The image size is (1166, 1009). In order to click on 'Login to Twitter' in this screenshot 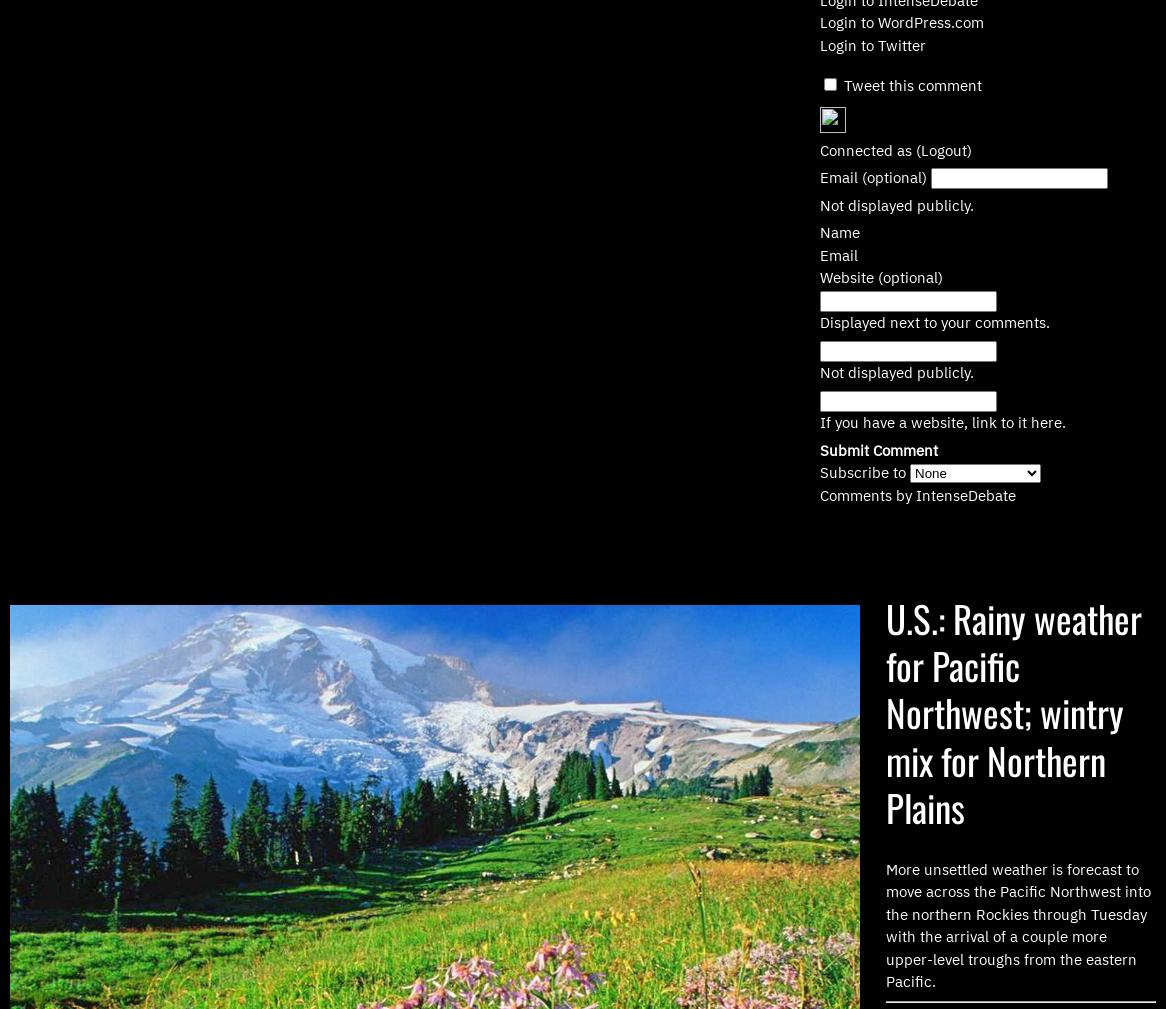, I will do `click(872, 43)`.